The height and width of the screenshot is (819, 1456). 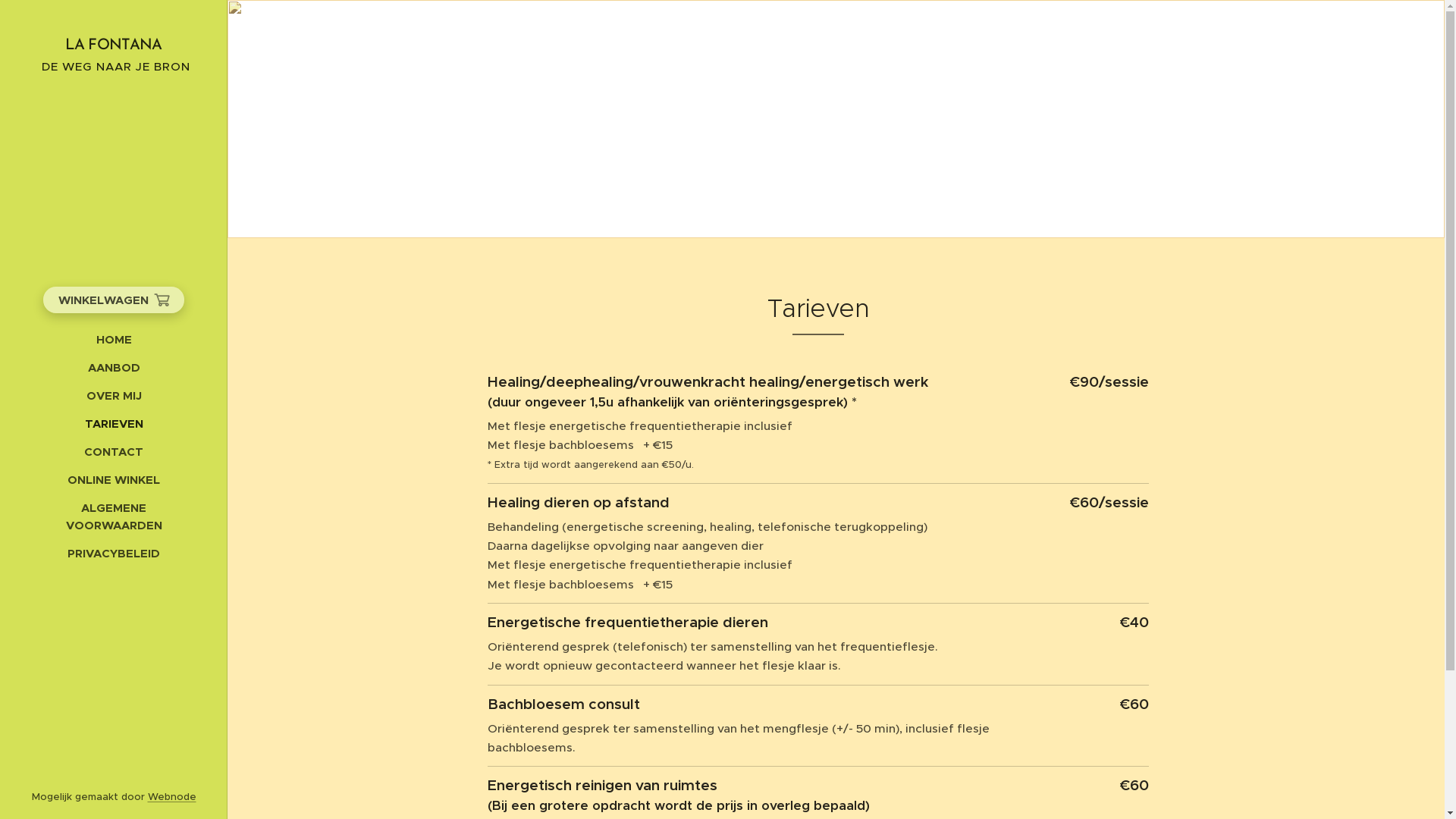 I want to click on 'OVER MIJ', so click(x=112, y=394).